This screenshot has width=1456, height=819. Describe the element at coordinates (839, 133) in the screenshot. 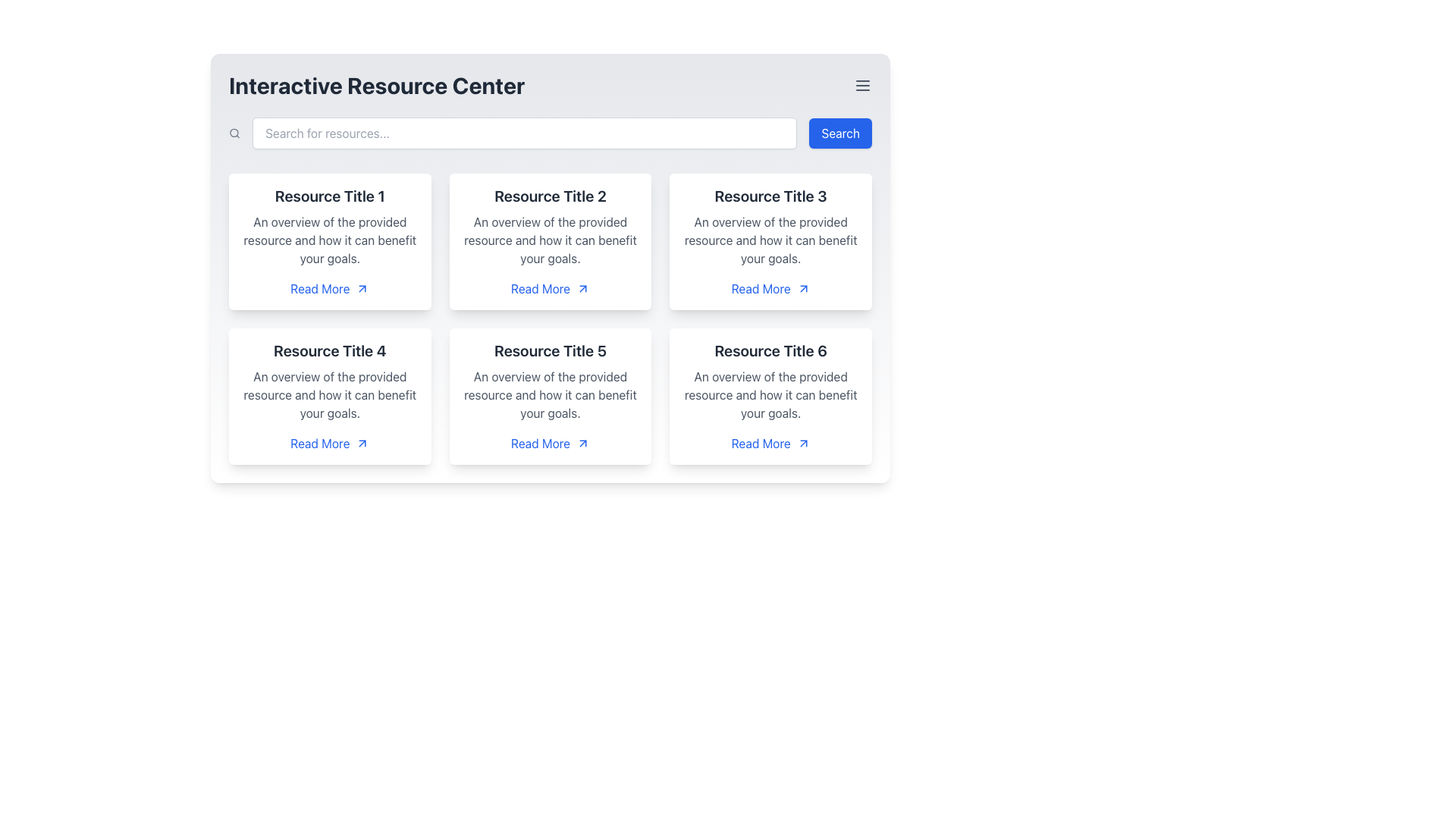

I see `the 'Search' button, which is a rectangular button with white text on a blue background, located at the top-right corner of the interface below the title 'Interactive Resource Center'` at that location.